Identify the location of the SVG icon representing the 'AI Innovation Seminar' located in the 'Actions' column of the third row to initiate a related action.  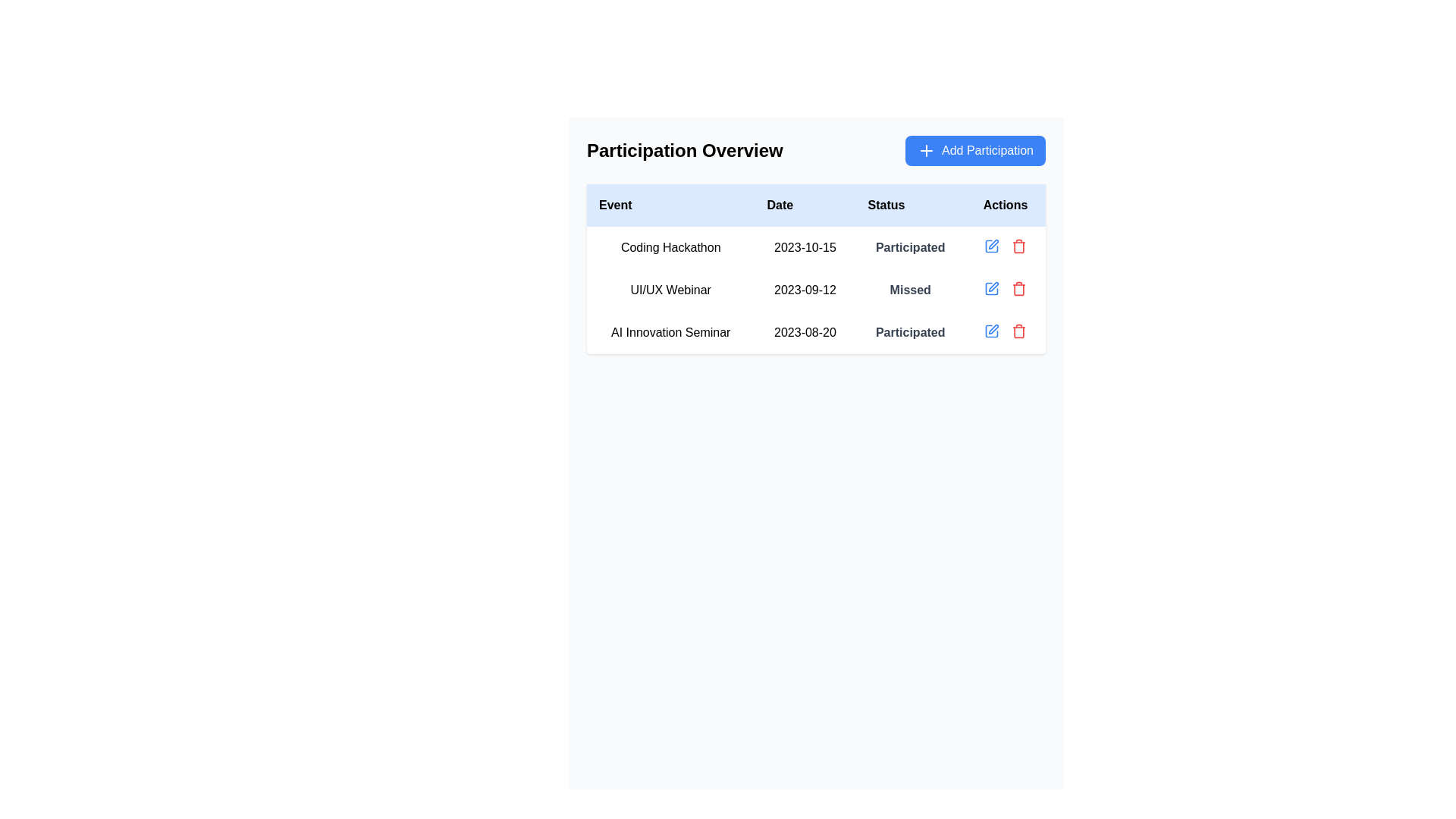
(991, 330).